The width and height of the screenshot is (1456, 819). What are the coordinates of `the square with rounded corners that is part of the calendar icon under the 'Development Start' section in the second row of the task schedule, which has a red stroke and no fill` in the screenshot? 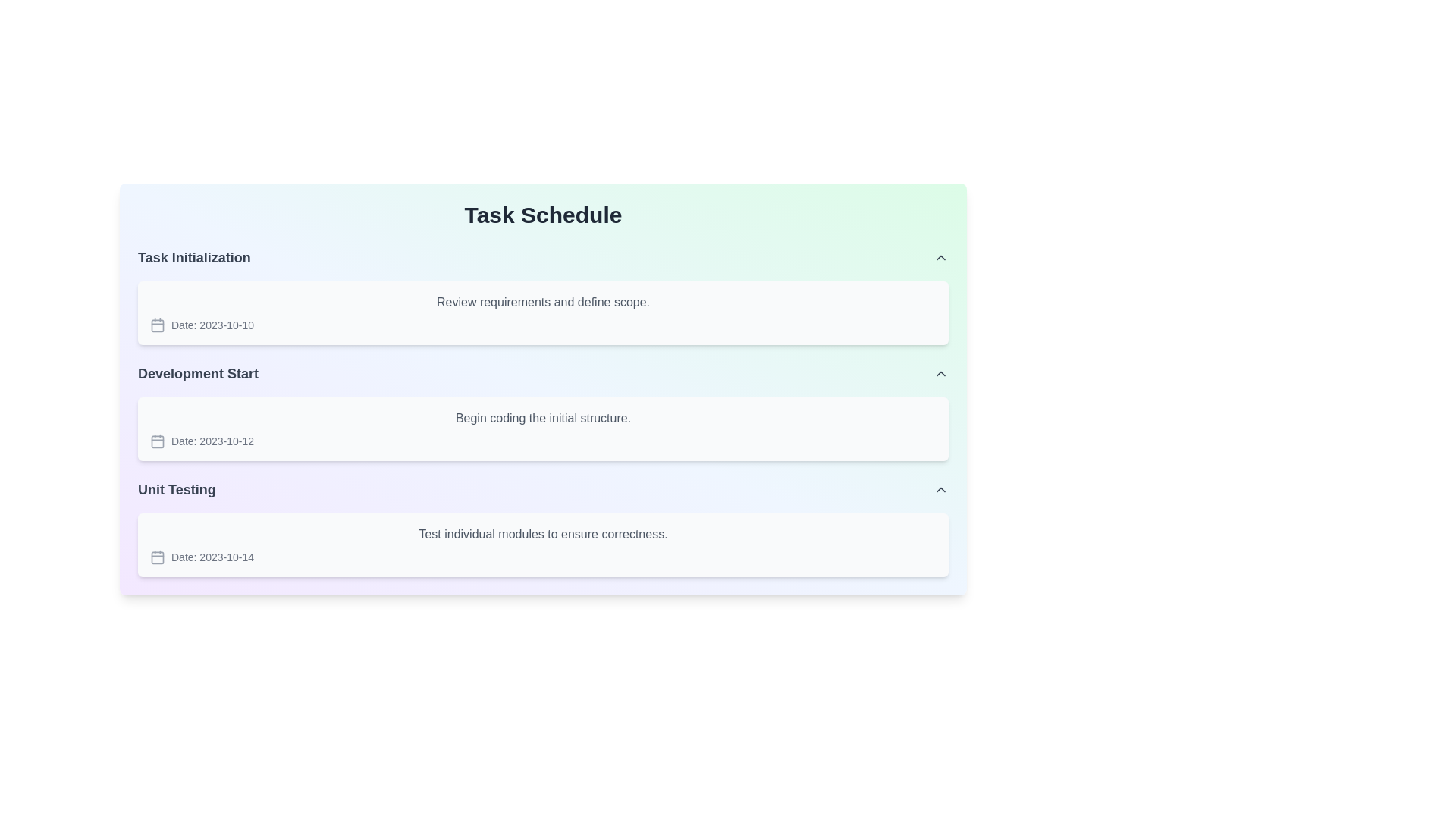 It's located at (157, 441).